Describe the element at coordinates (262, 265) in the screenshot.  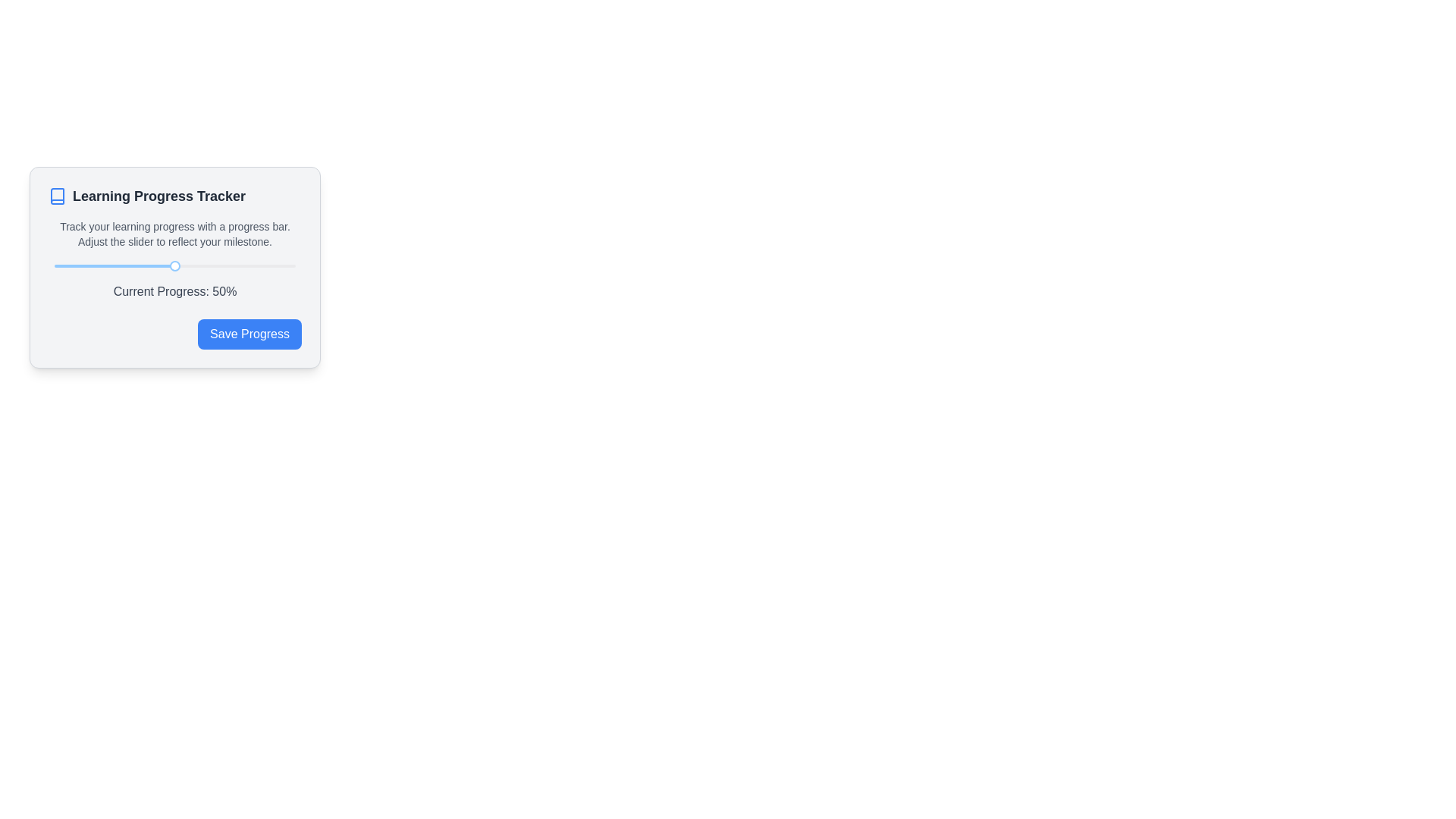
I see `the current progress` at that location.